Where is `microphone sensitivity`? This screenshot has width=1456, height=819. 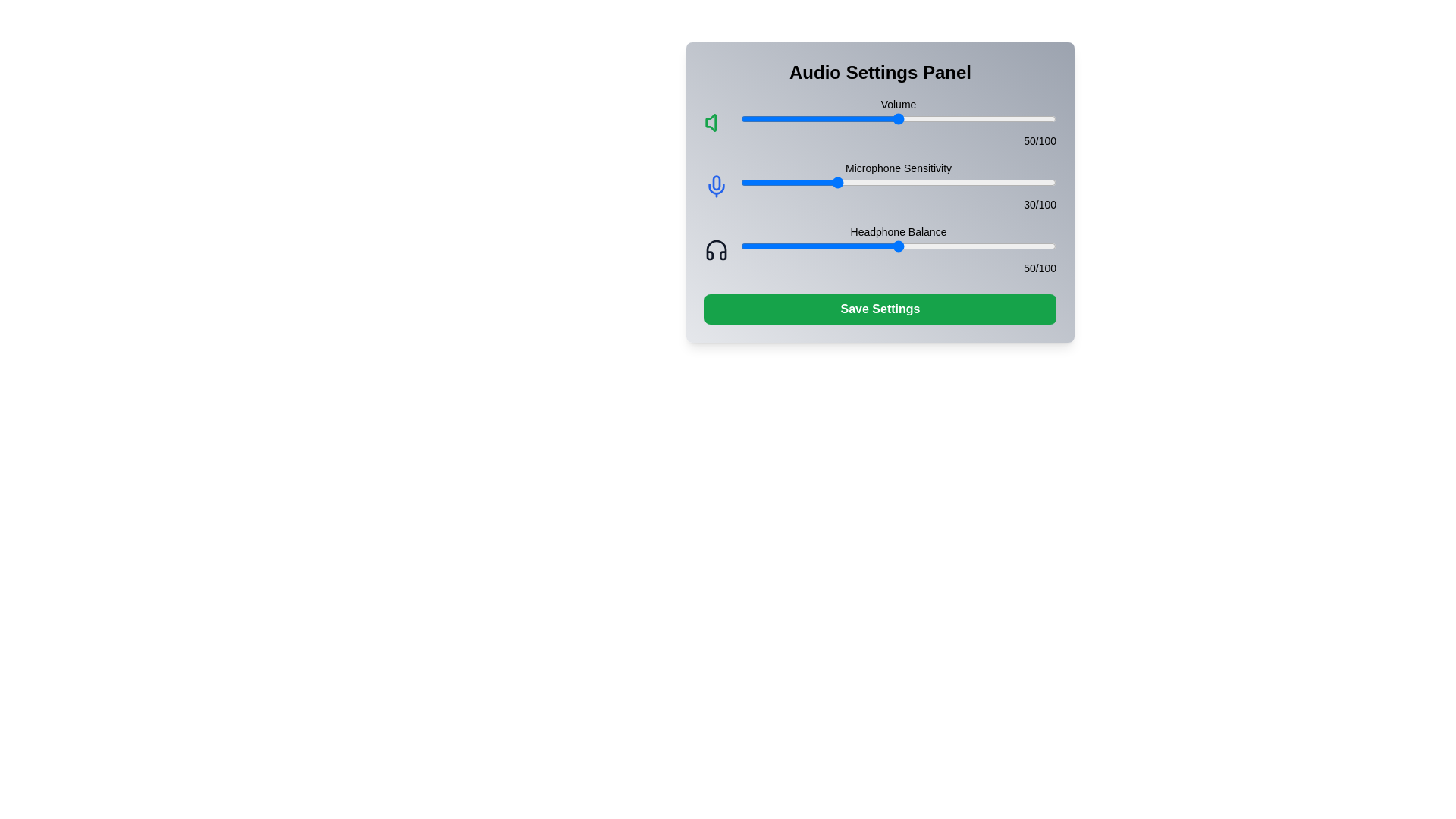 microphone sensitivity is located at coordinates (964, 181).